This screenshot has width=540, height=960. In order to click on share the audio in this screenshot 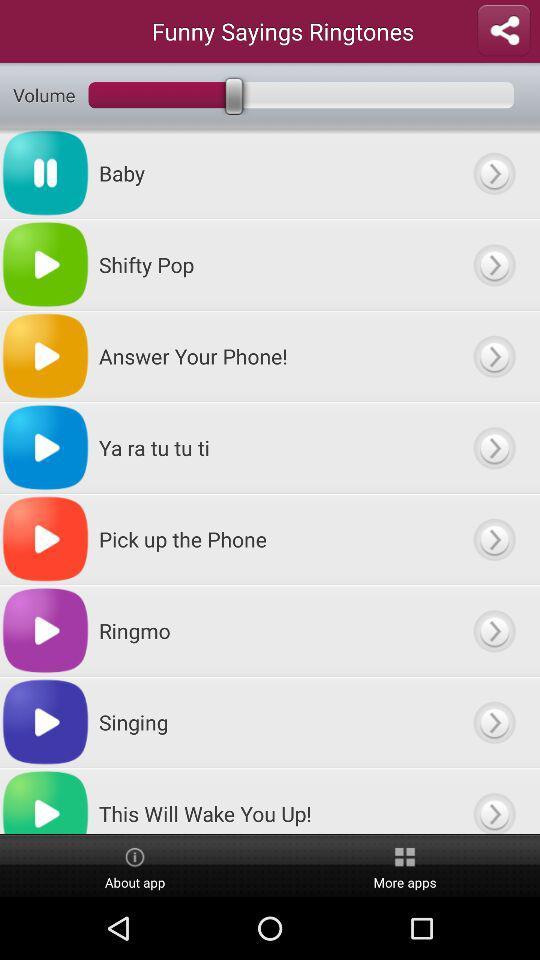, I will do `click(502, 30)`.